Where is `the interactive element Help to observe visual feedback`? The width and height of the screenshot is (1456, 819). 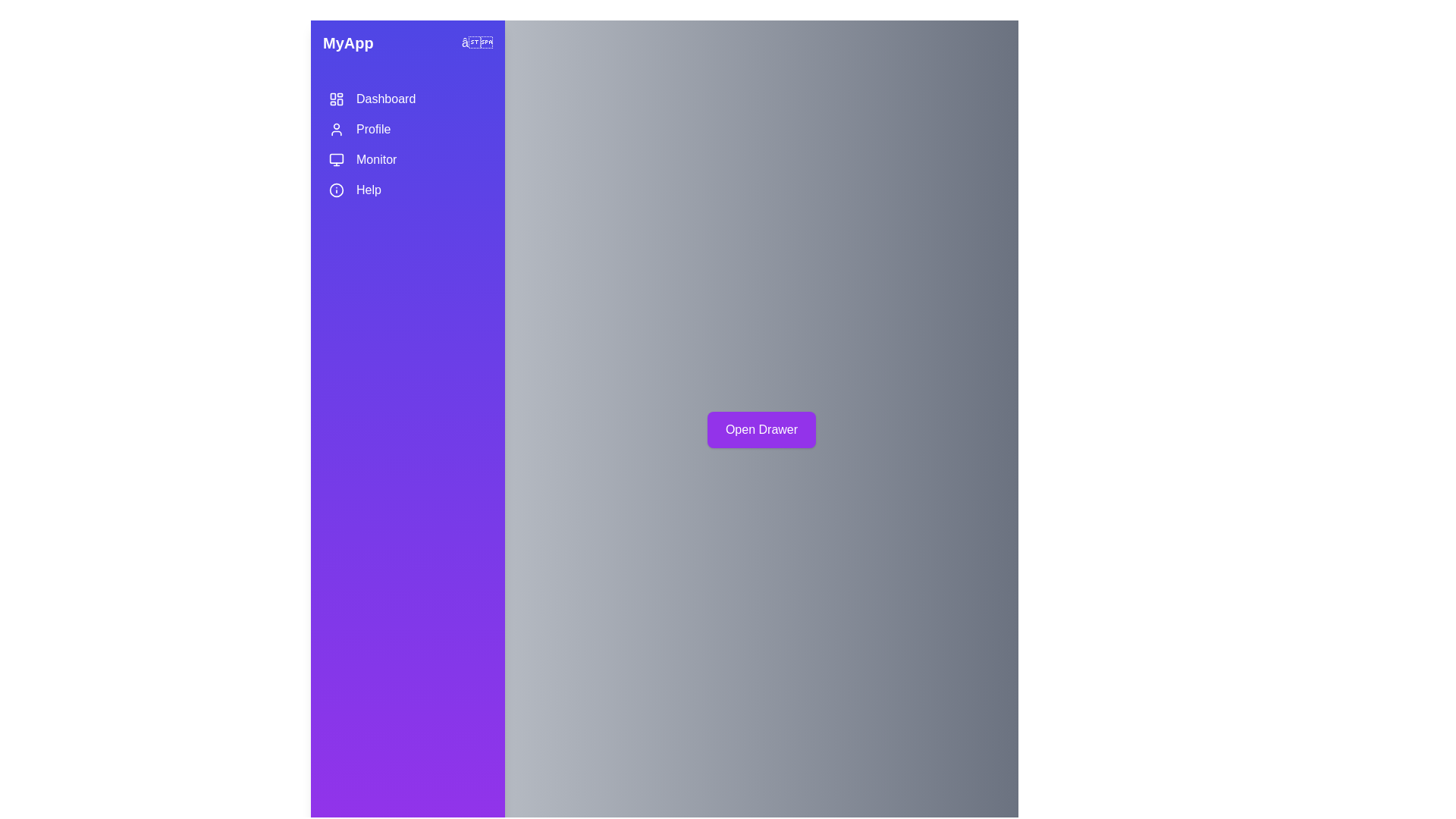 the interactive element Help to observe visual feedback is located at coordinates (407, 189).